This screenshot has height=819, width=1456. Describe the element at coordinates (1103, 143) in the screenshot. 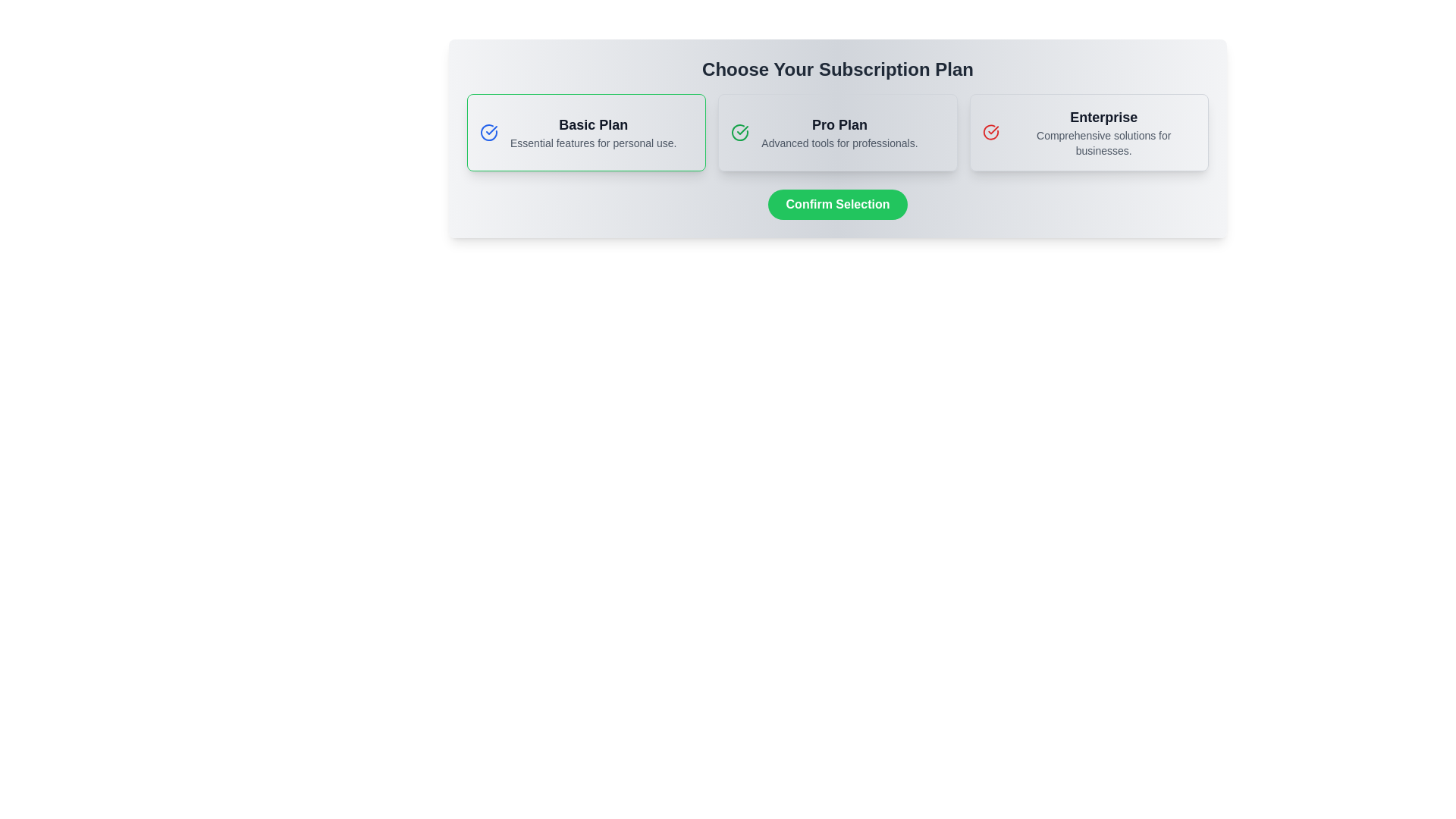

I see `tagline text providing additional information about the 'Enterprise' subscription plan located in the lower section of the rightmost card labeled 'Enterprise'` at that location.